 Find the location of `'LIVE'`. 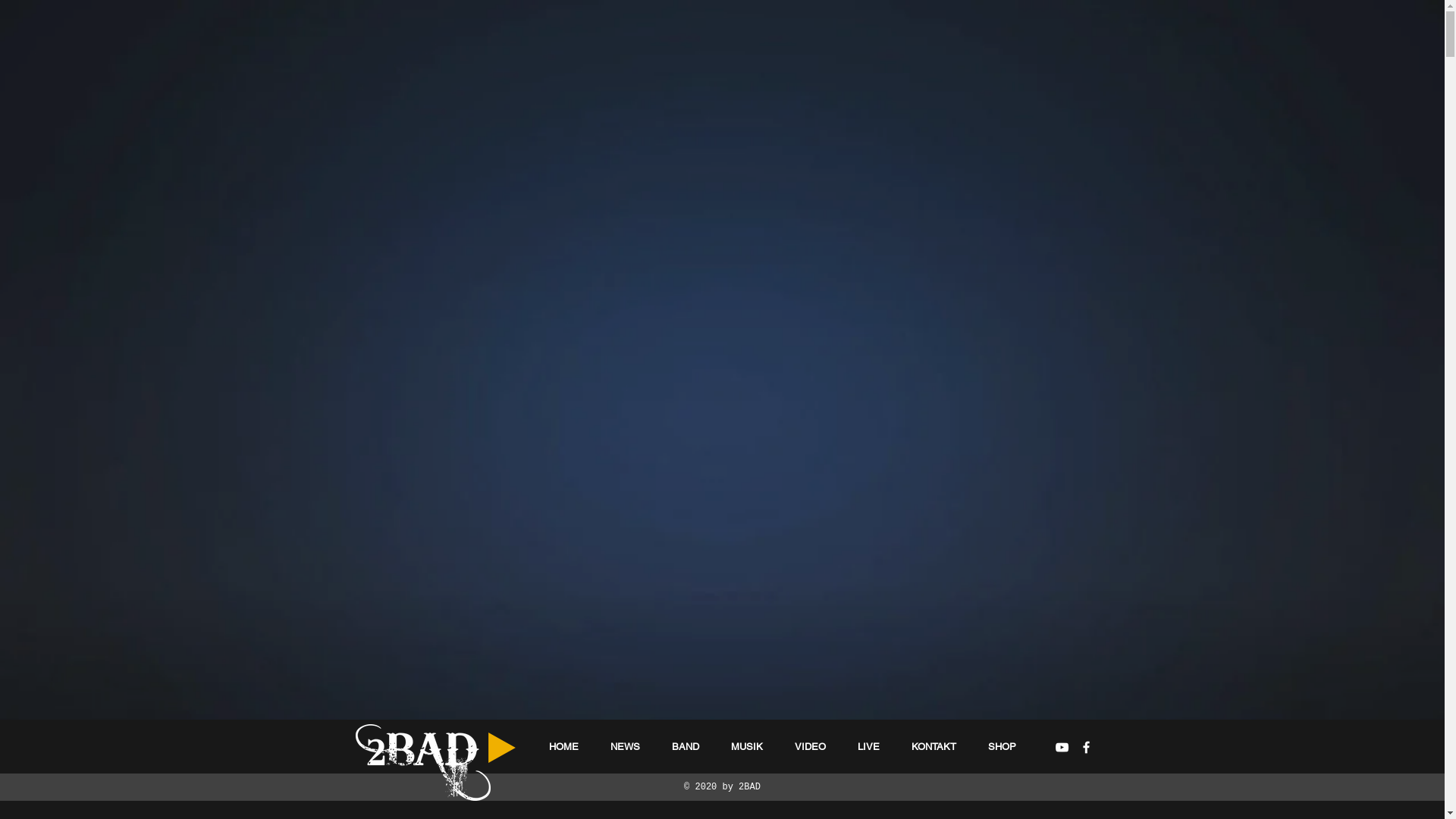

'LIVE' is located at coordinates (868, 745).